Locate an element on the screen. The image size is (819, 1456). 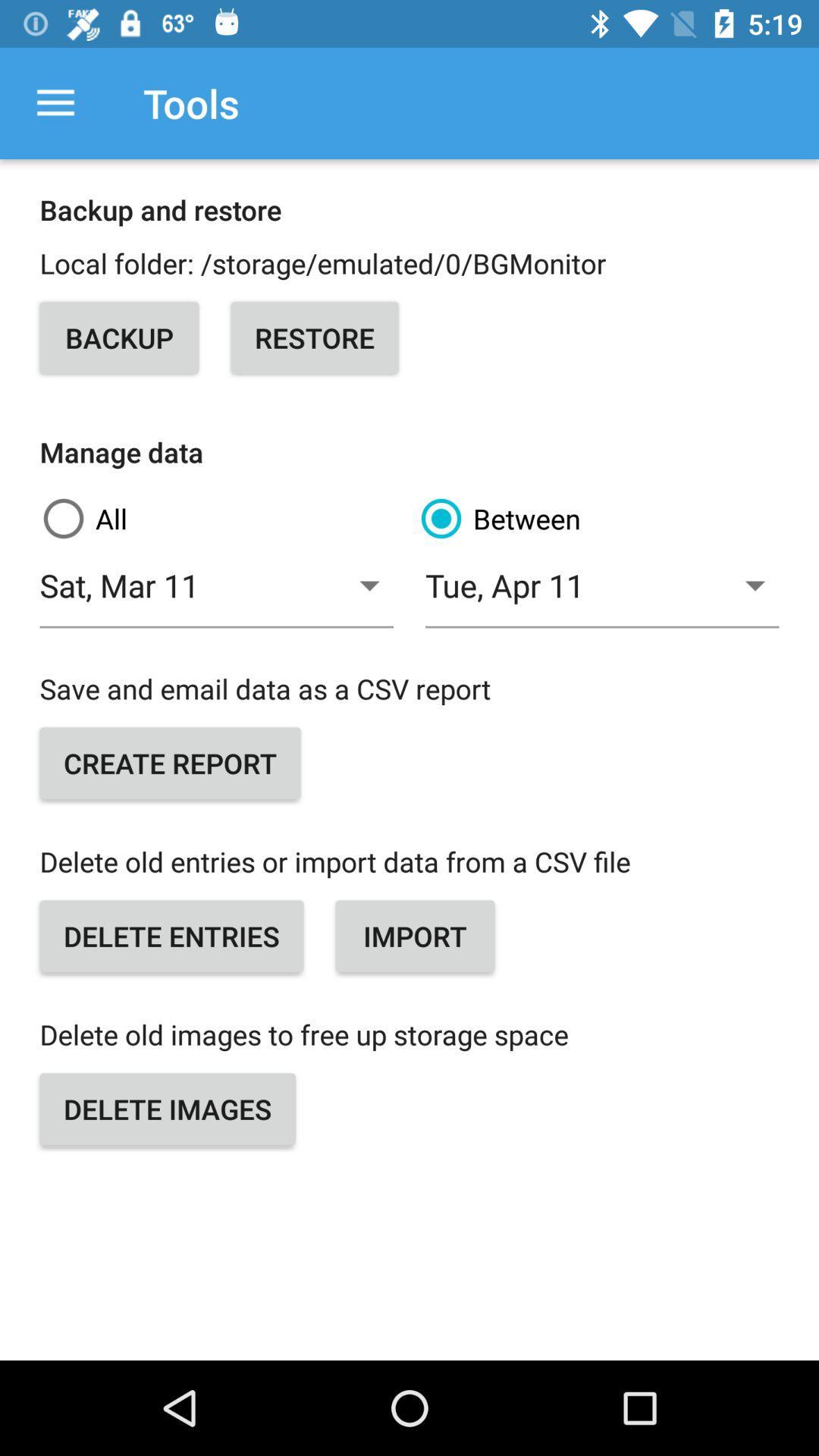
item next to all icon is located at coordinates (598, 519).